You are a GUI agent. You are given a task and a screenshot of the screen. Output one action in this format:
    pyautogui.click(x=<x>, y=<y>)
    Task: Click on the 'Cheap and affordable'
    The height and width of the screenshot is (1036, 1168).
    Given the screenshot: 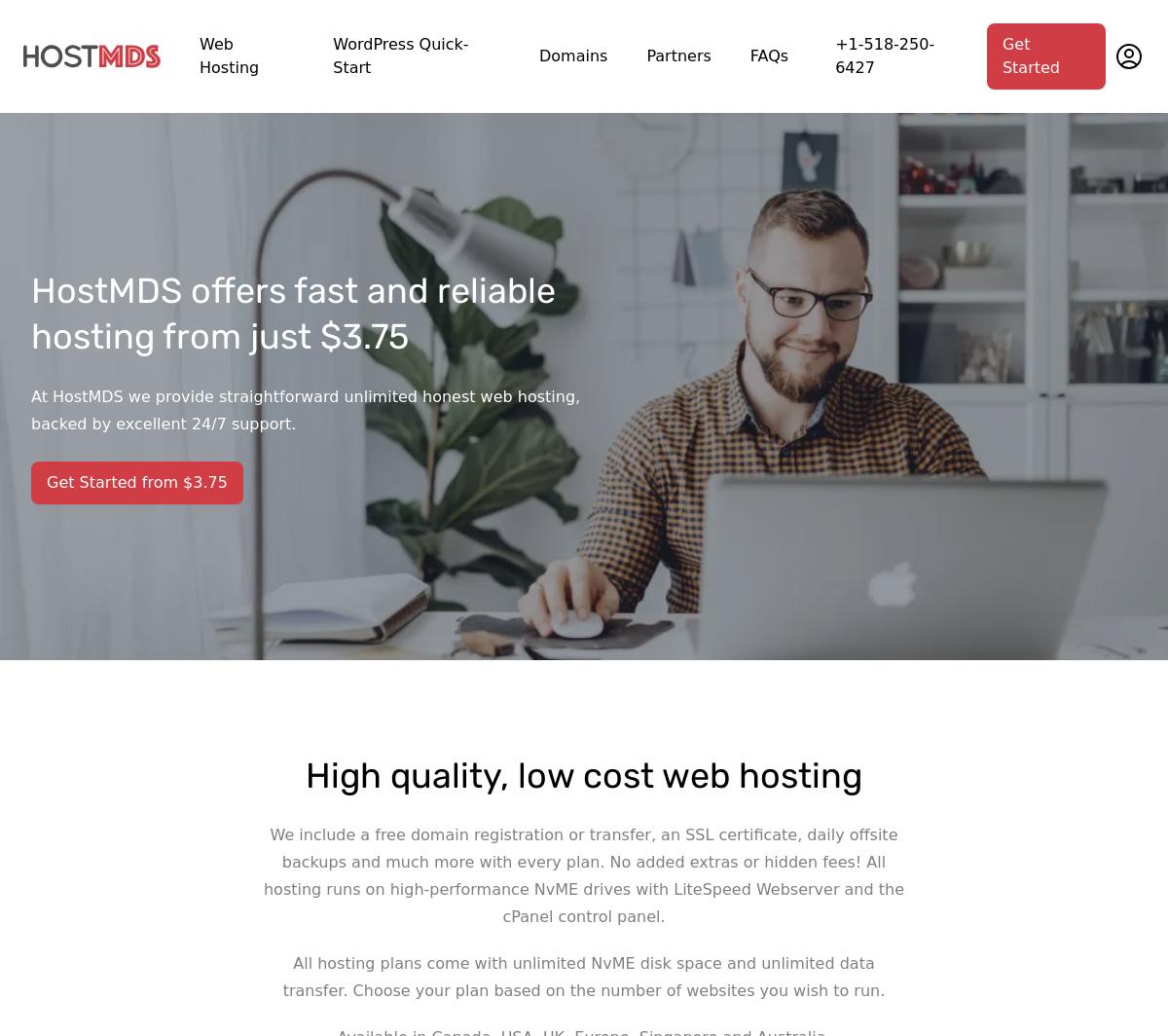 What is the action you would take?
    pyautogui.click(x=498, y=254)
    